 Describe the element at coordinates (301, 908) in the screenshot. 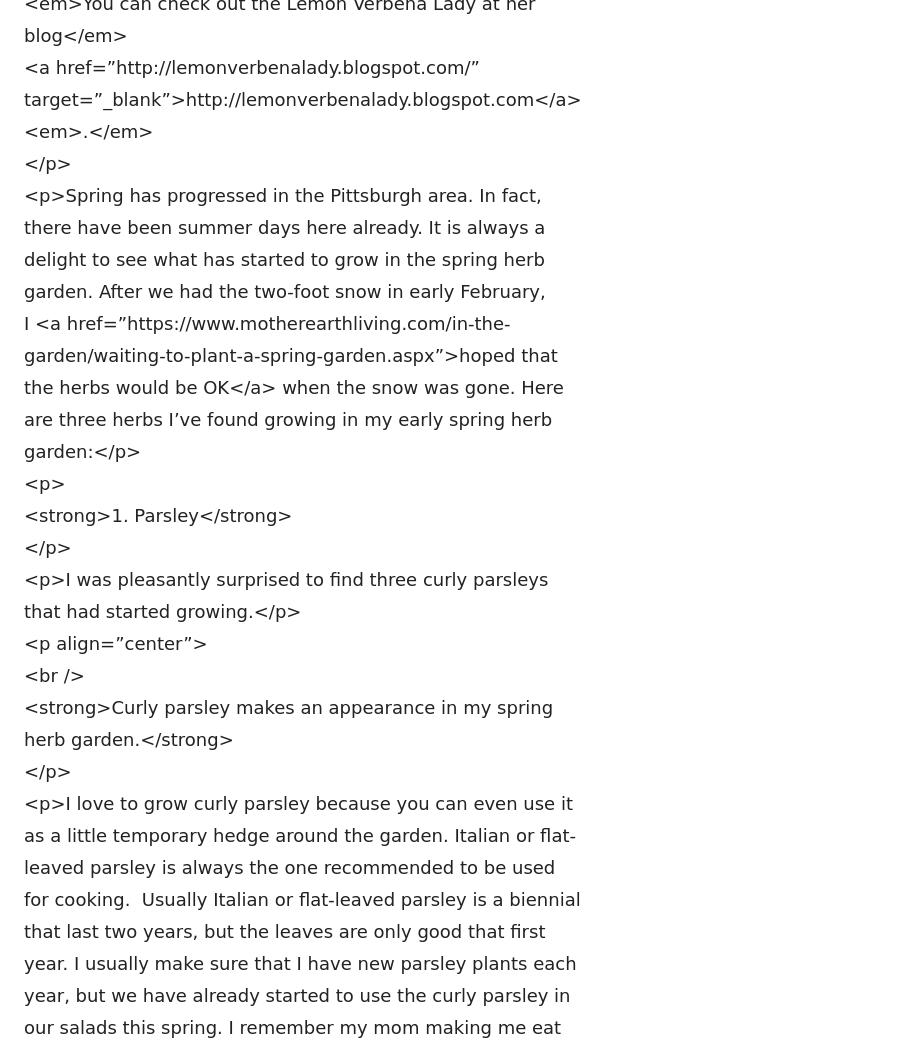

I see `'No recommended products to display for this article.'` at that location.